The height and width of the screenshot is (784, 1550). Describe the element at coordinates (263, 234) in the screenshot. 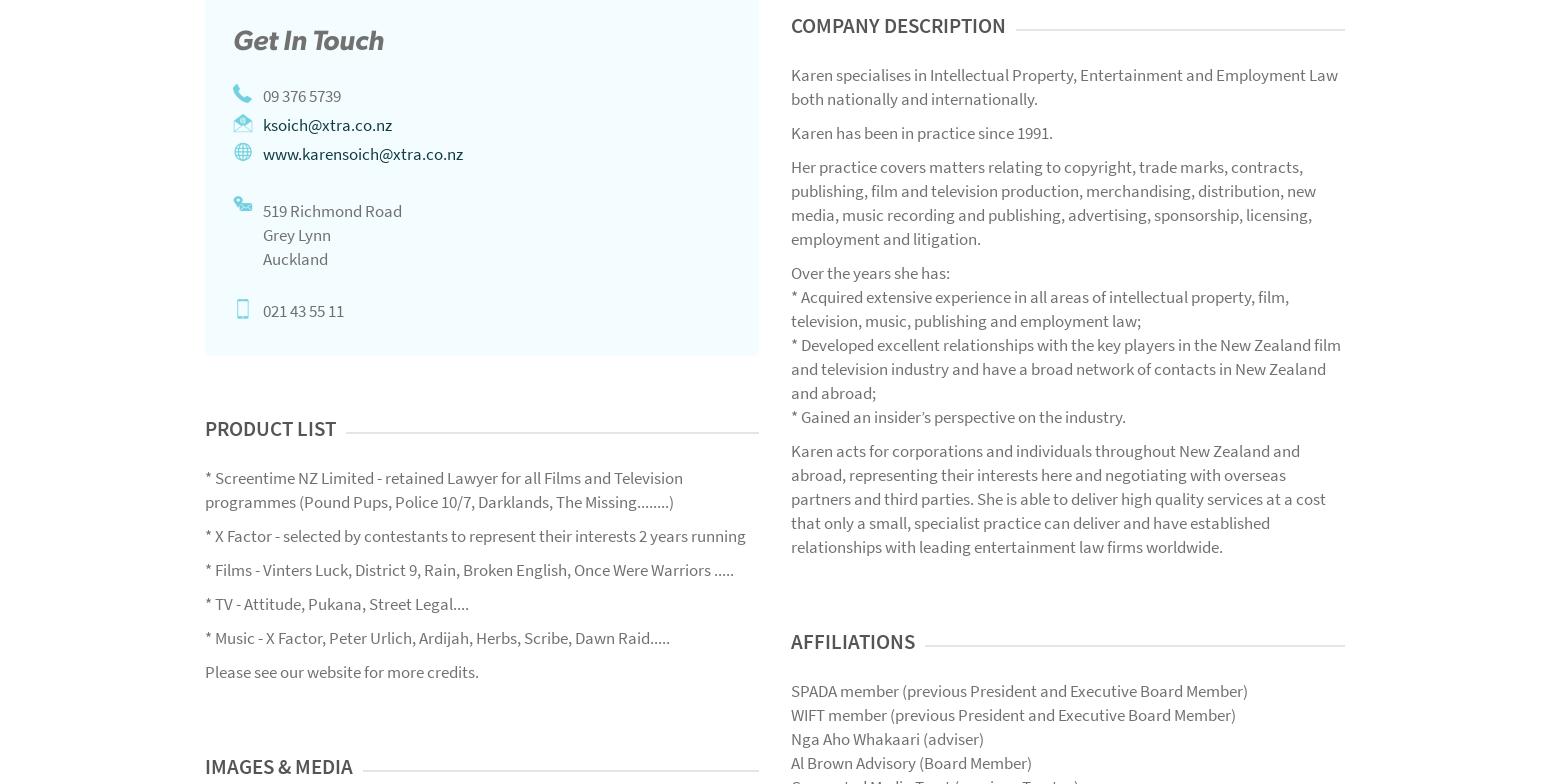

I see `'Grey Lynn'` at that location.